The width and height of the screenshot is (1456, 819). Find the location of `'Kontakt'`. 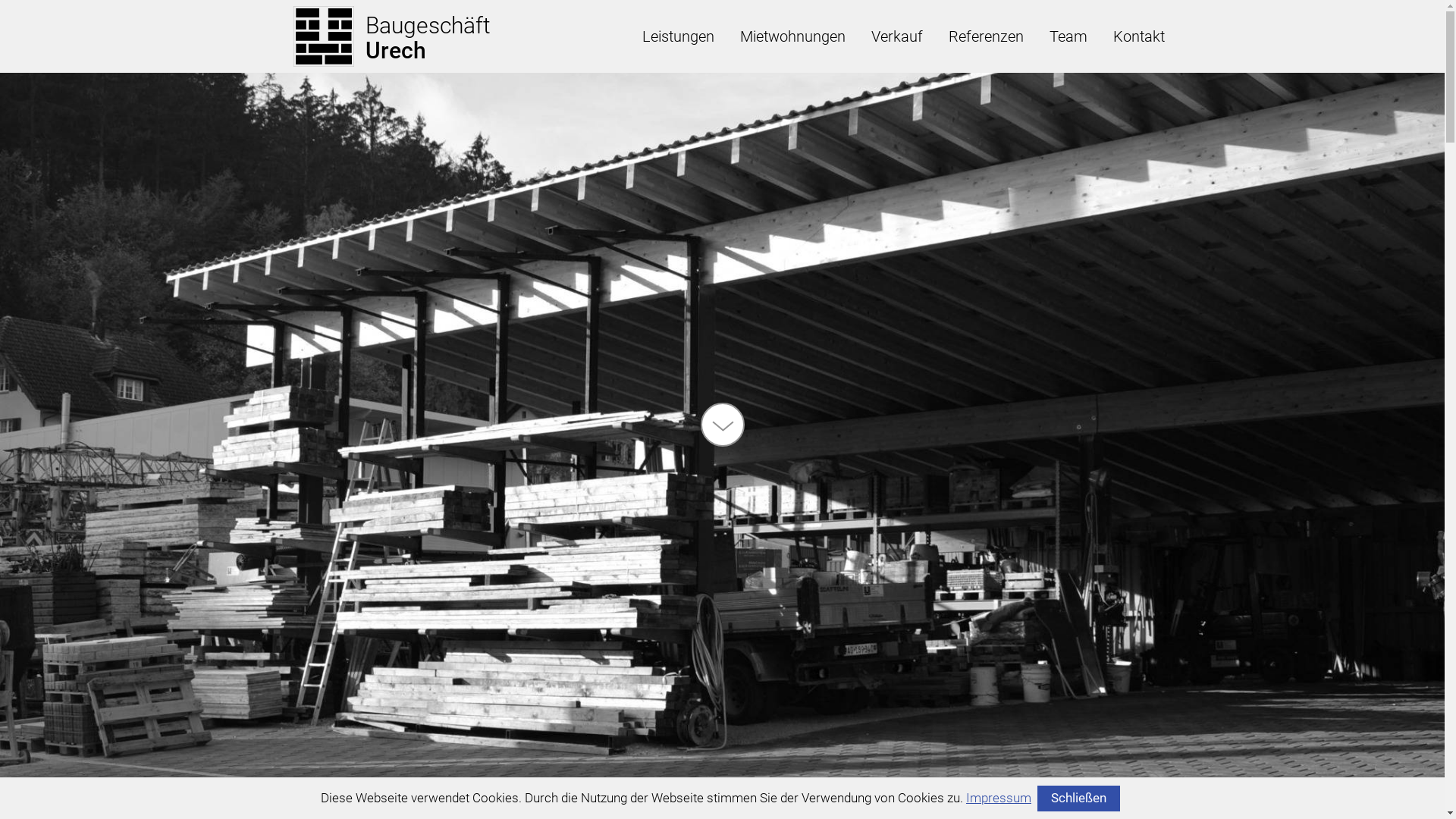

'Kontakt' is located at coordinates (1138, 35).